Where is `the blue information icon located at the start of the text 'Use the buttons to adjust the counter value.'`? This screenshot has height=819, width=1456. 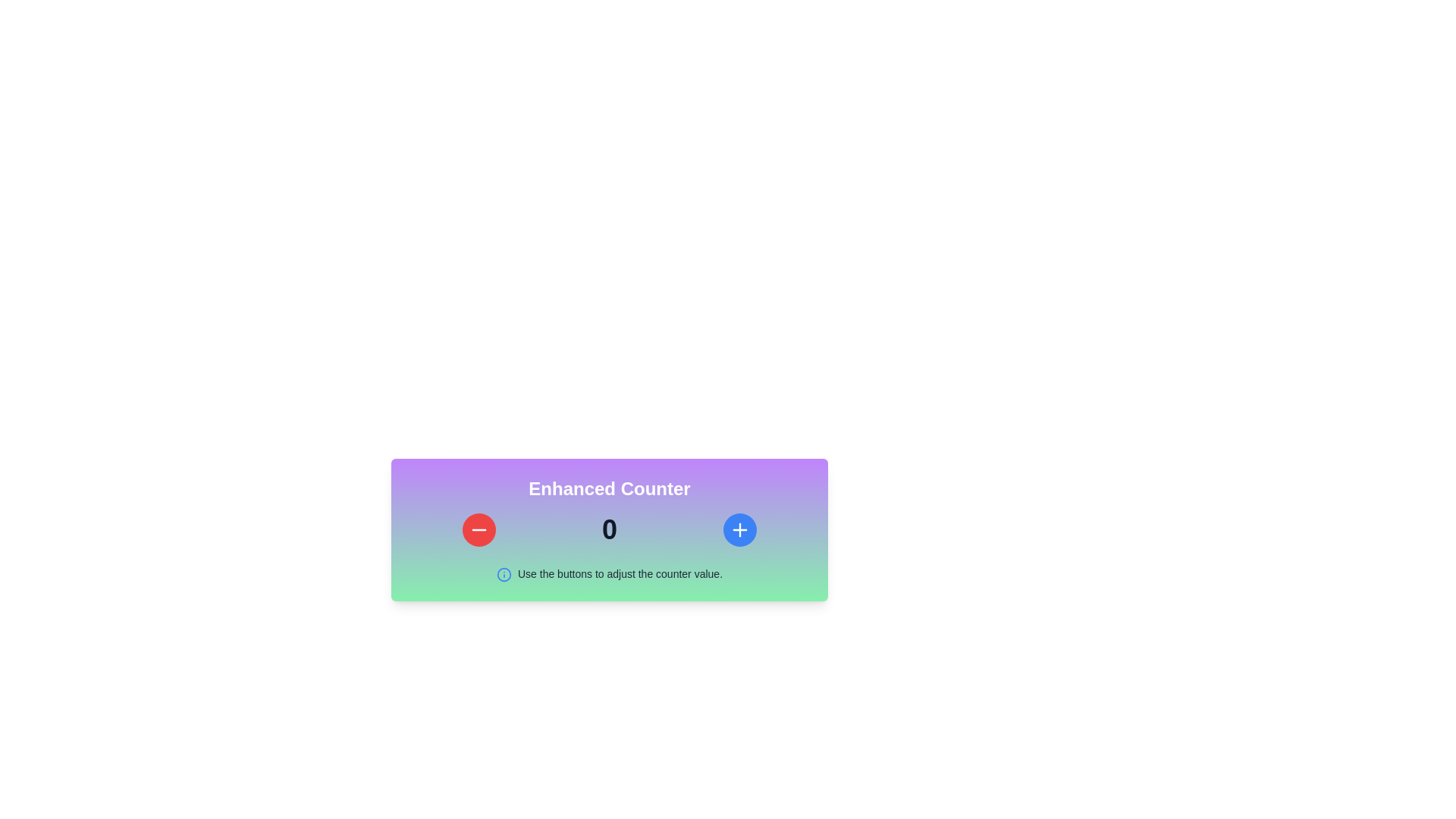 the blue information icon located at the start of the text 'Use the buttons to adjust the counter value.' is located at coordinates (504, 574).